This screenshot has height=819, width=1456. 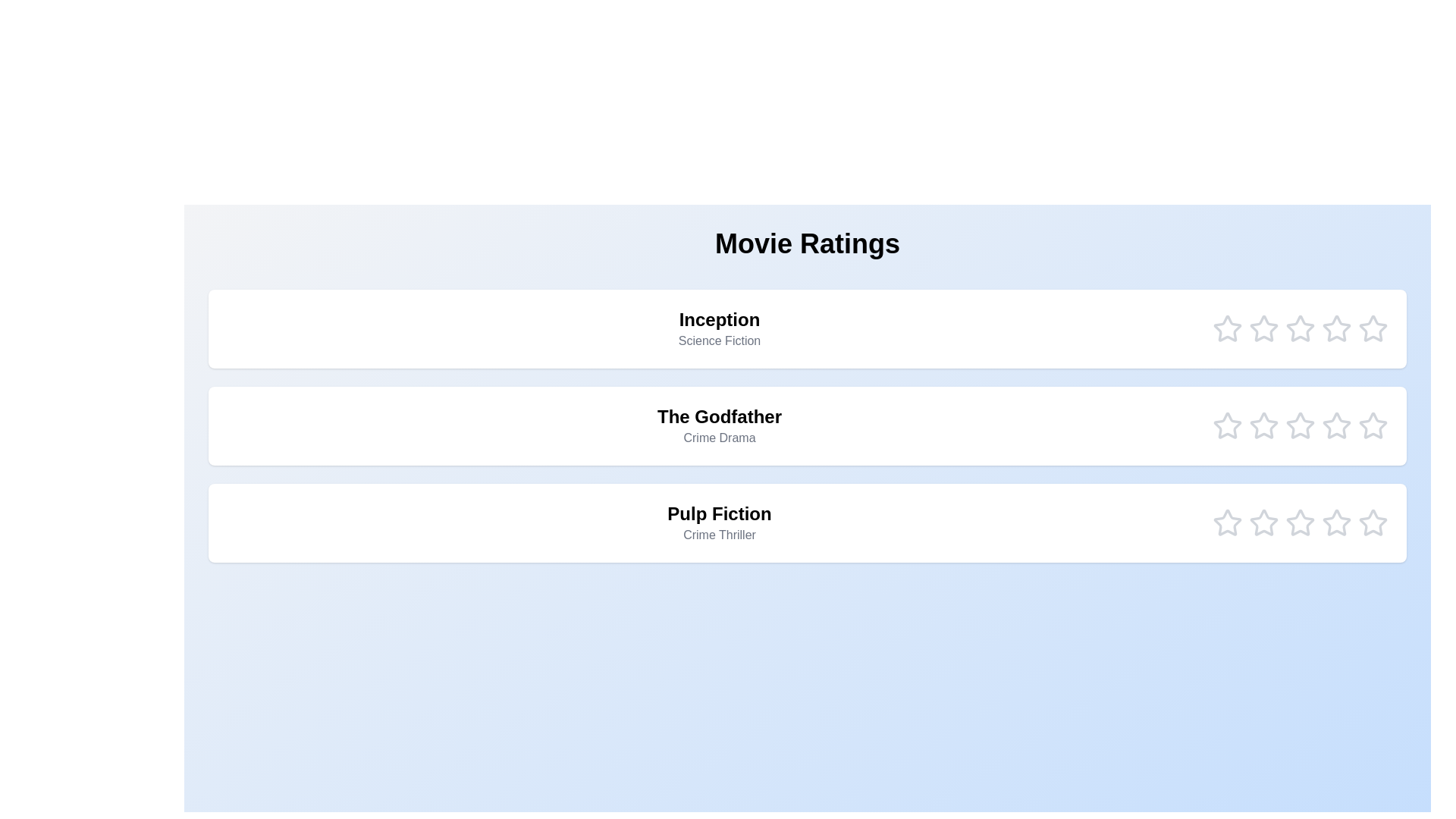 I want to click on the movie title to view its details, so click(x=719, y=328).